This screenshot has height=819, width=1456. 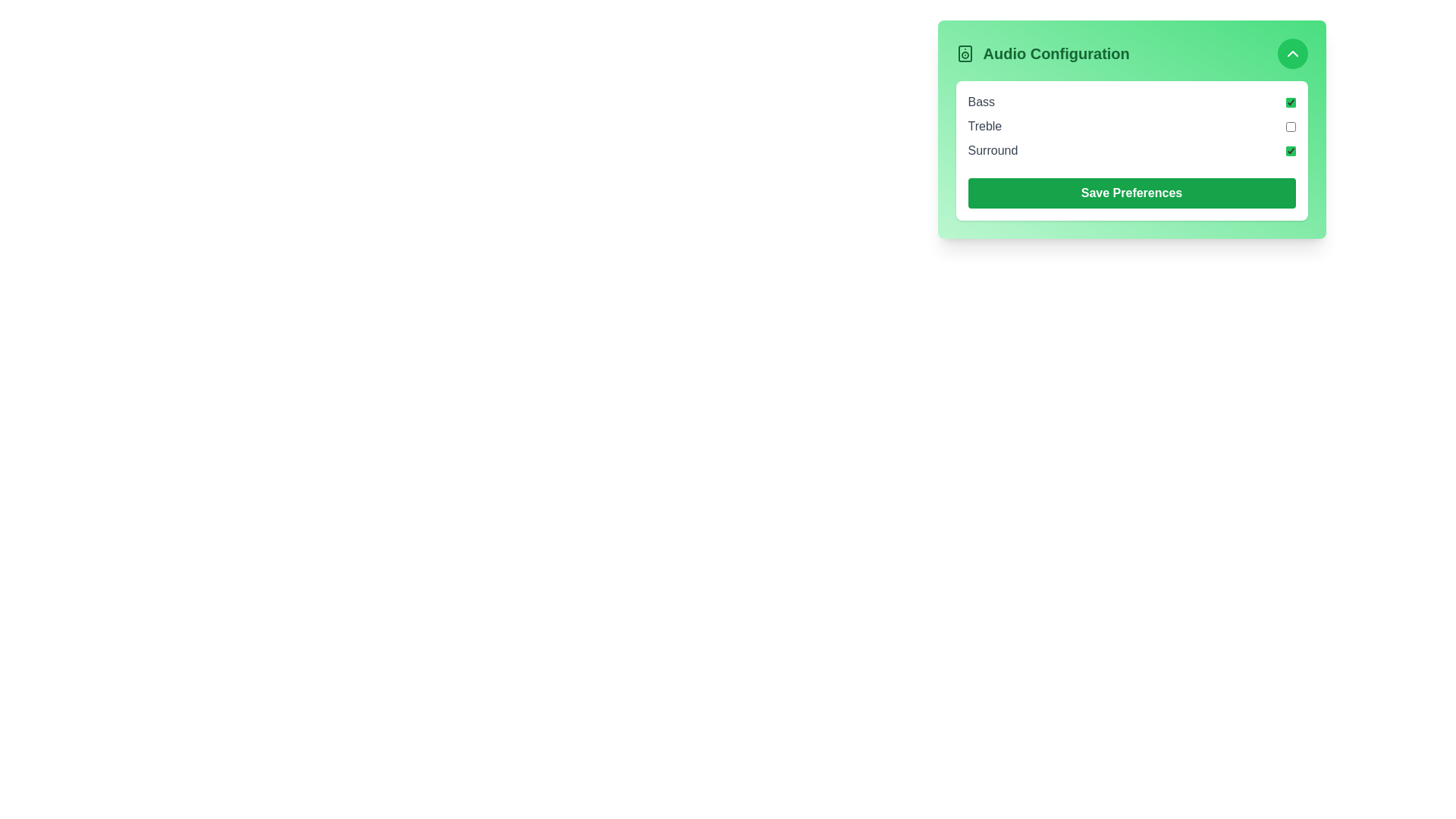 I want to click on the 'Surround' audio feature checkbox located in the bottom row of the 'Audio Configuration' card, so click(x=1290, y=151).